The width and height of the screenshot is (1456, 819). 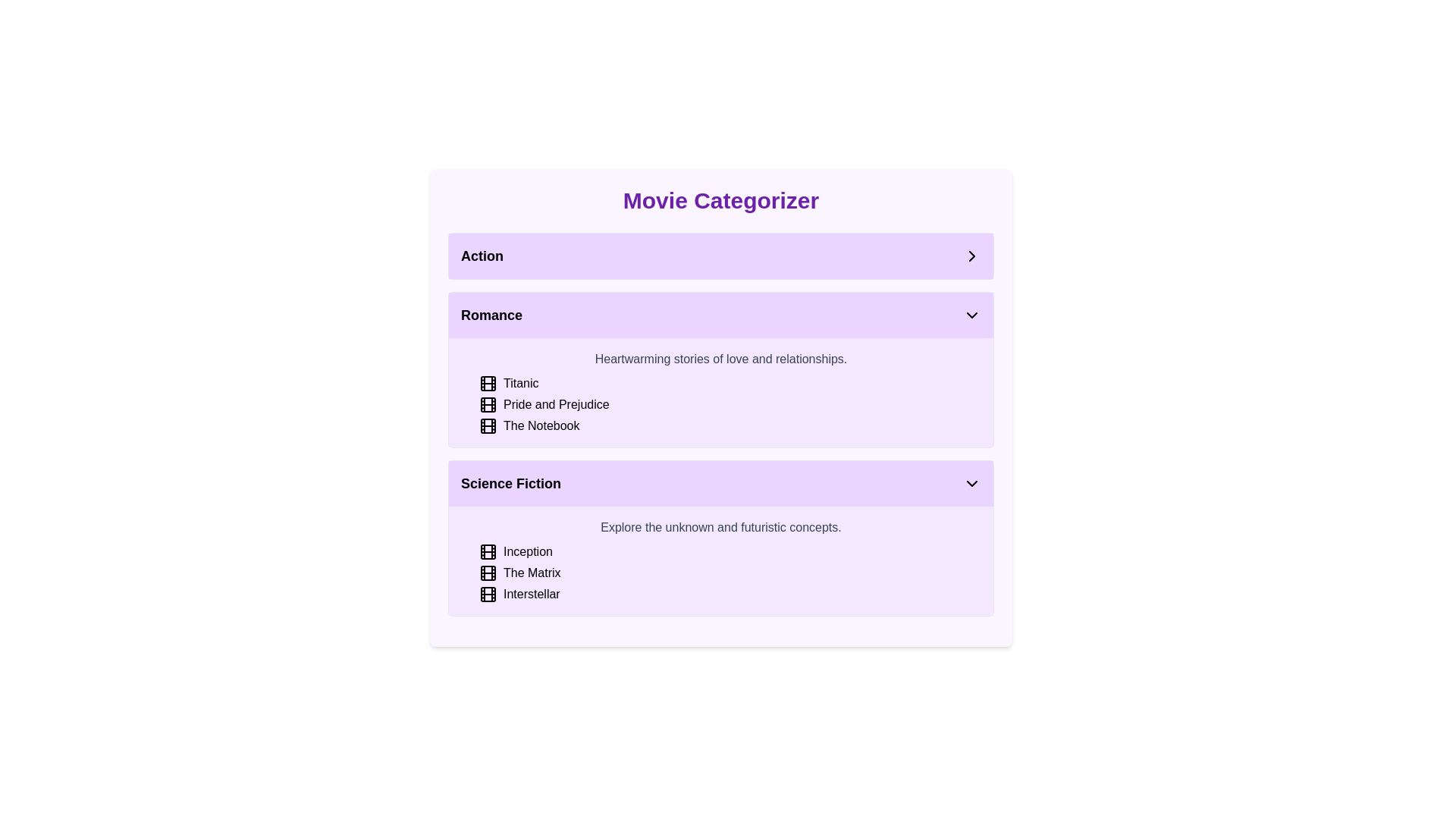 What do you see at coordinates (488, 426) in the screenshot?
I see `the graphical SVG component representing the movie reel icon for 'The Notebook' in the Romance genre section` at bounding box center [488, 426].